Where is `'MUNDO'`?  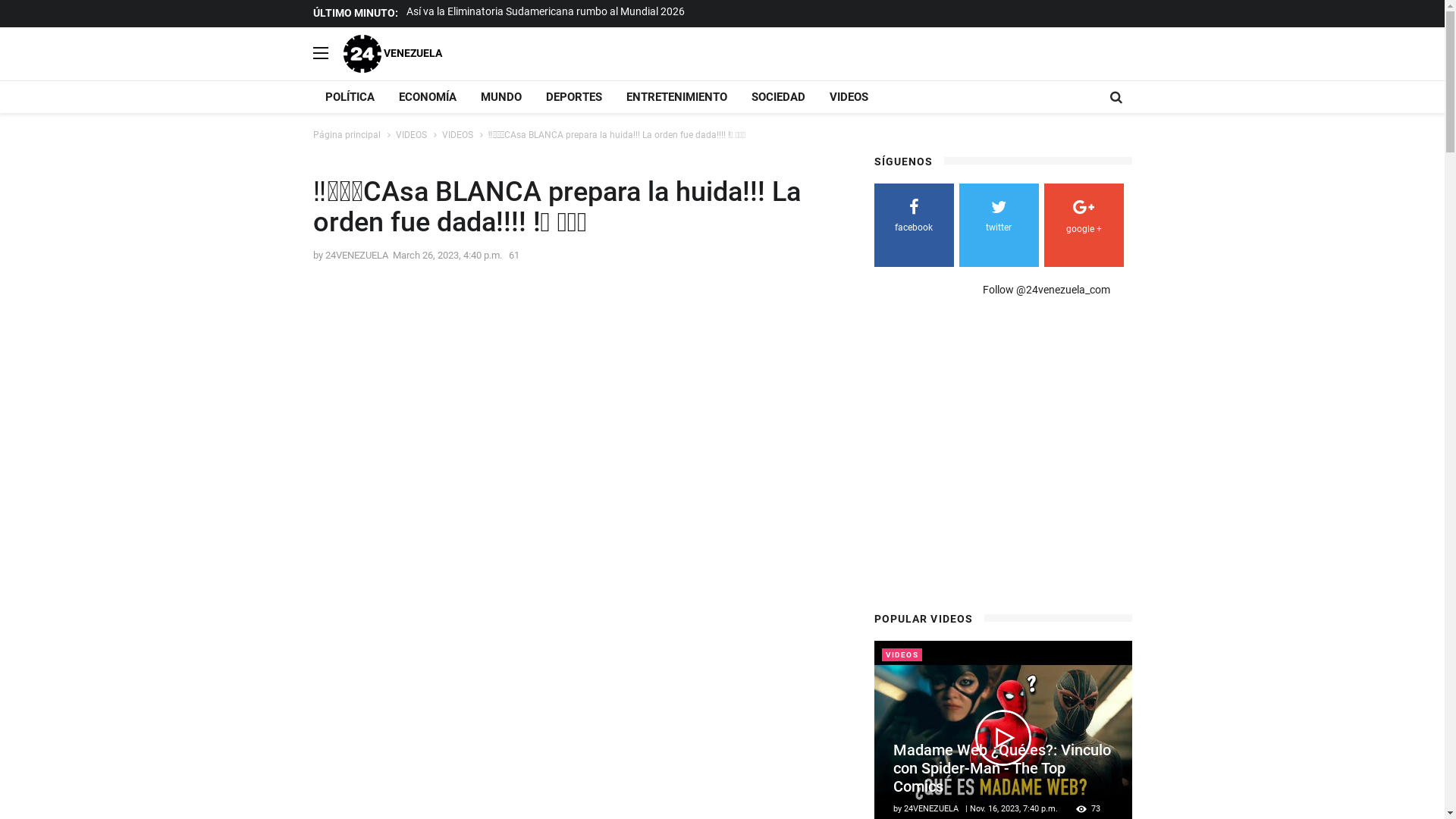
'MUNDO' is located at coordinates (501, 96).